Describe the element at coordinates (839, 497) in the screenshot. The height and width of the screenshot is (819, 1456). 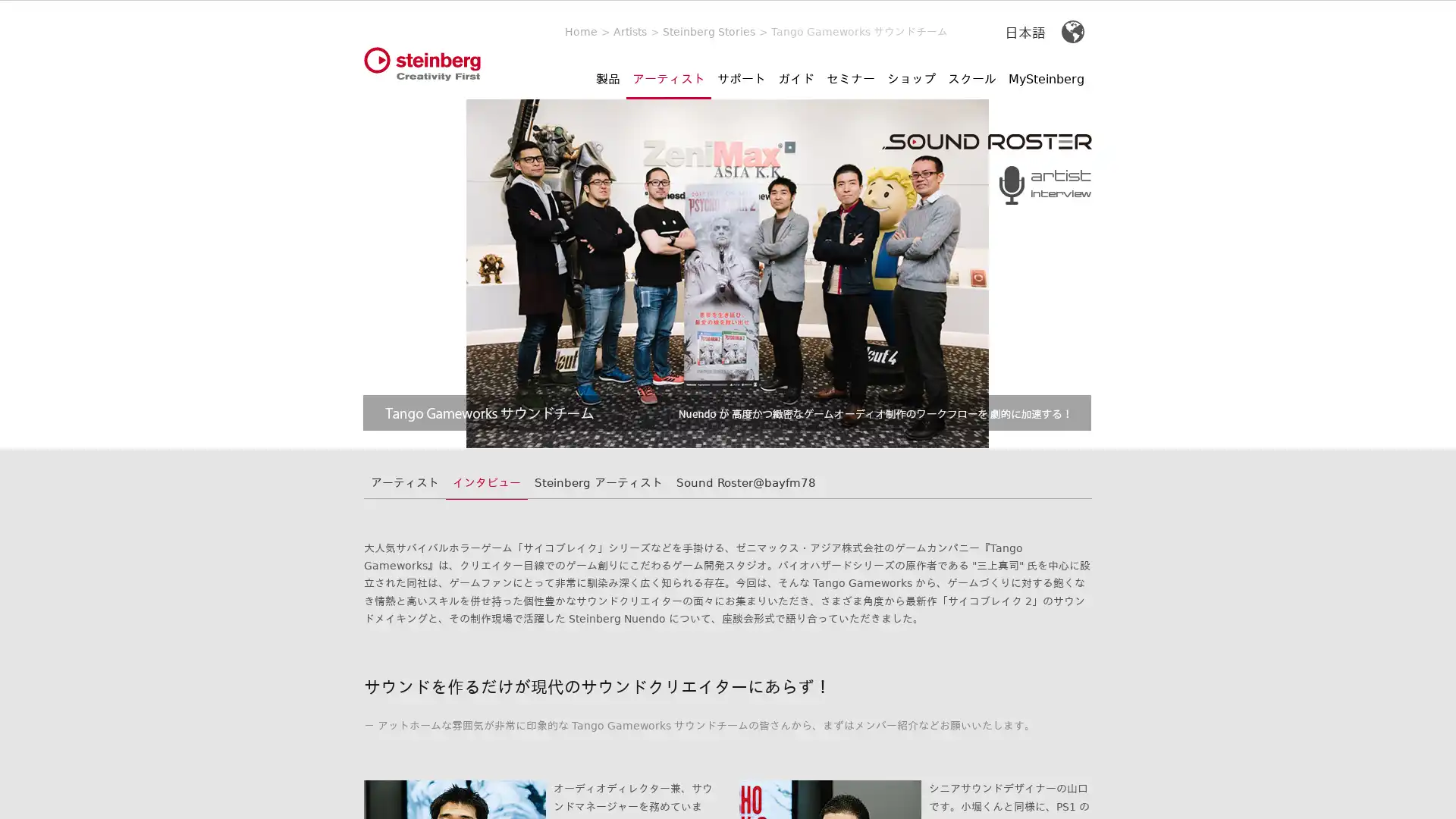
I see `Accept All` at that location.